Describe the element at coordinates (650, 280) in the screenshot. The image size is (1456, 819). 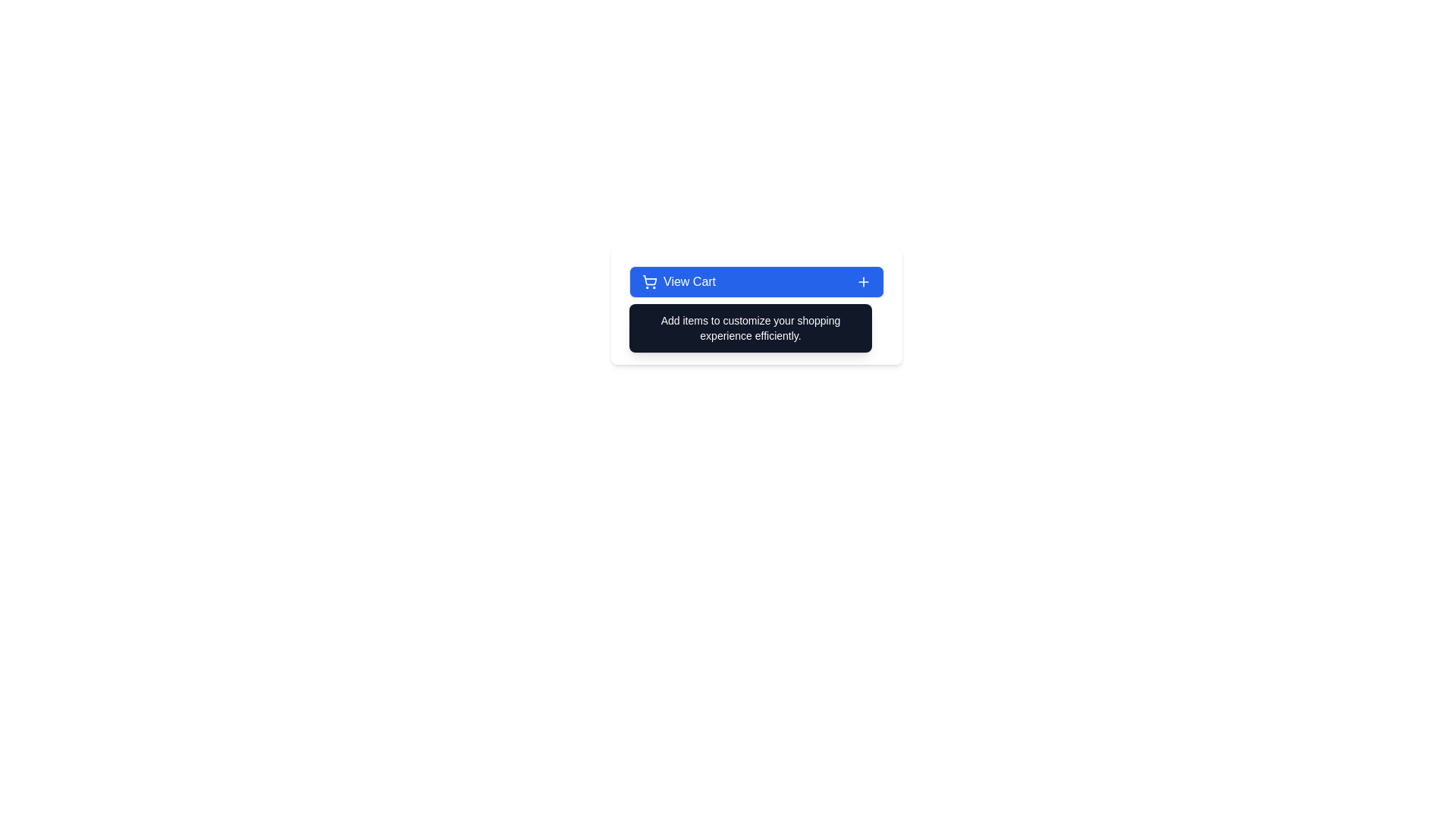
I see `the shopping cart icon, which is centrally located in the compact cart SVG icon near the 'View Cart' button` at that location.